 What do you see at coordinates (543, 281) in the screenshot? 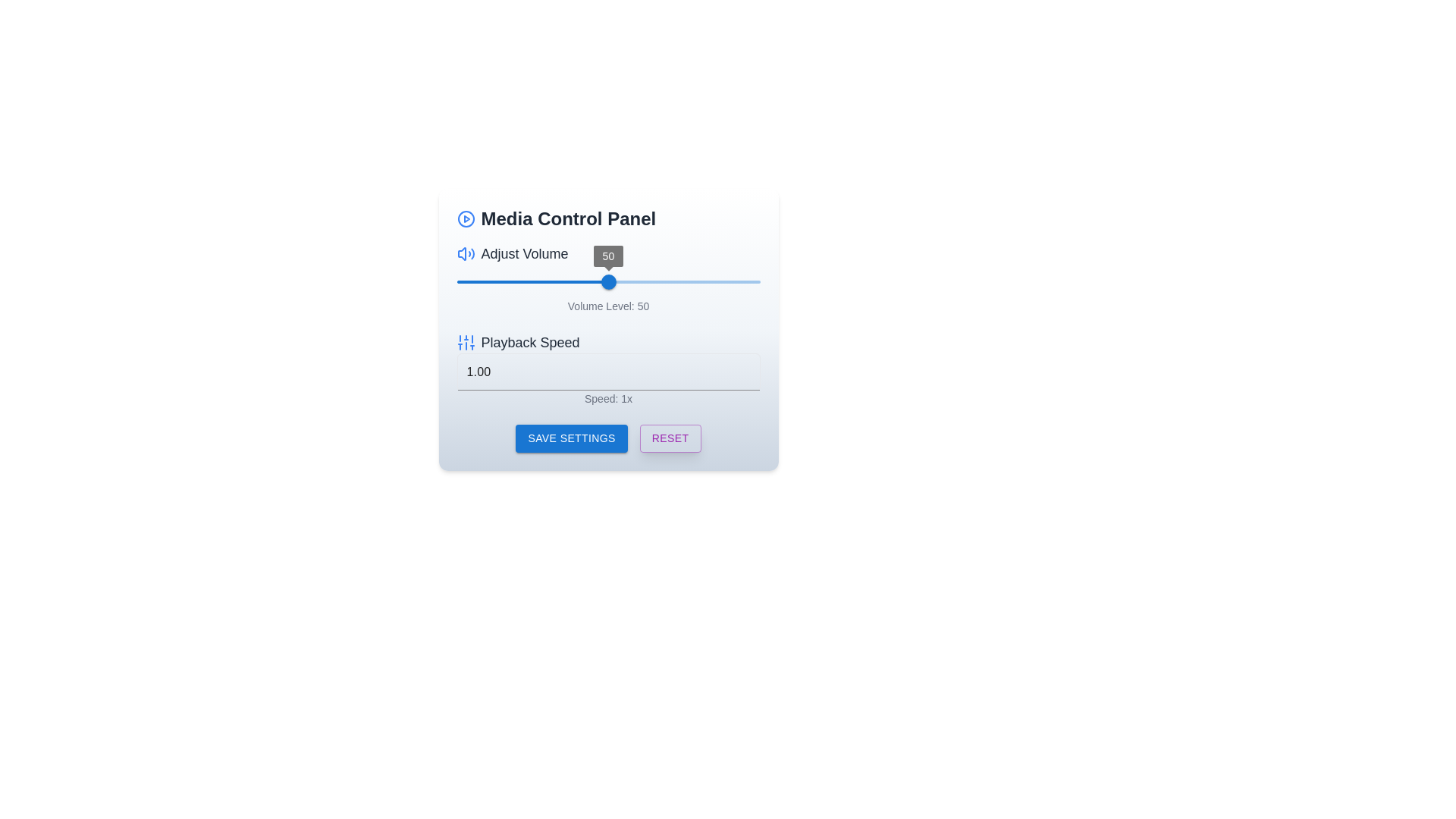
I see `the volume level` at bounding box center [543, 281].